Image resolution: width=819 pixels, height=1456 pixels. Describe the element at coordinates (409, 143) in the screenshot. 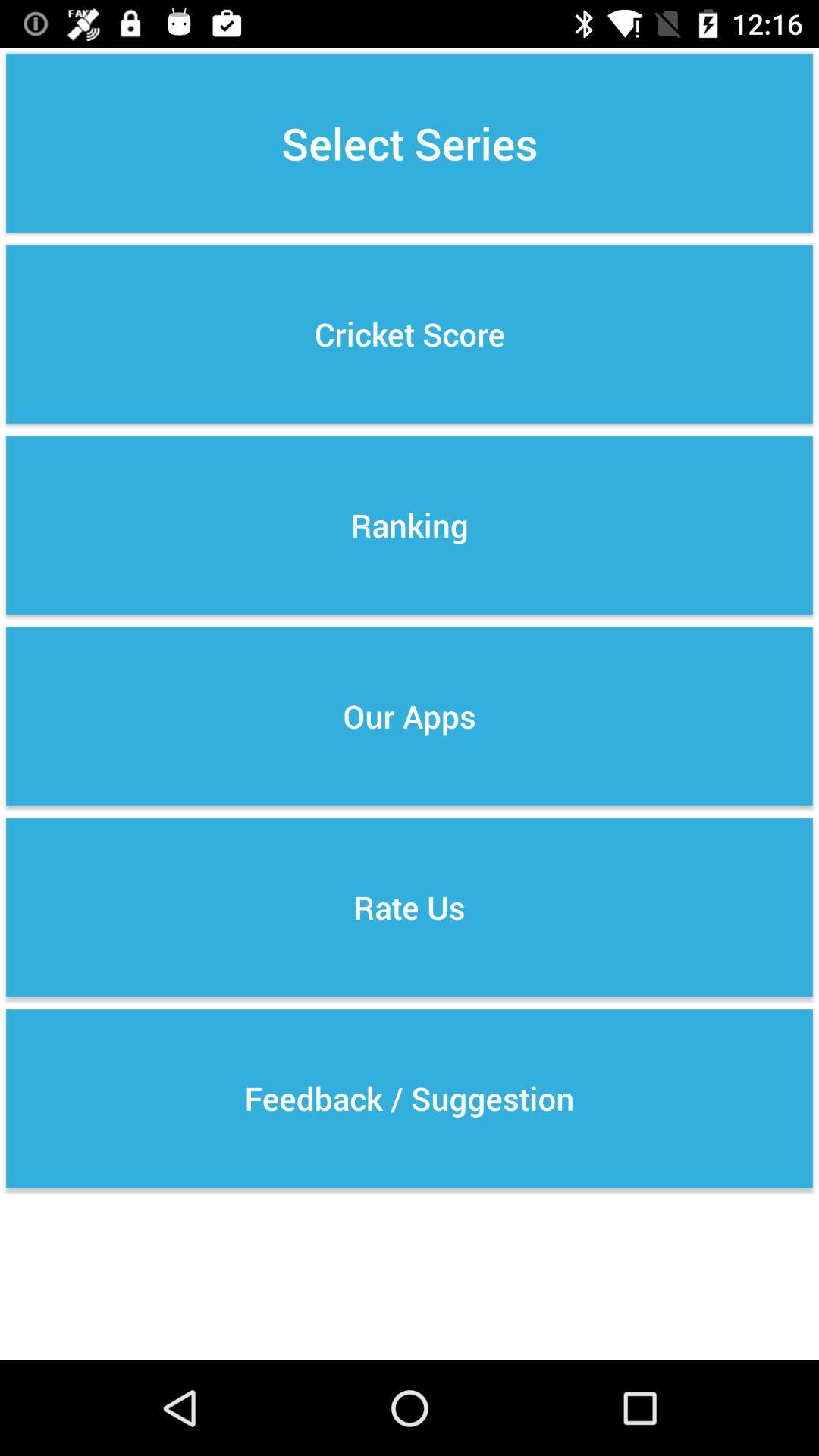

I see `select series` at that location.